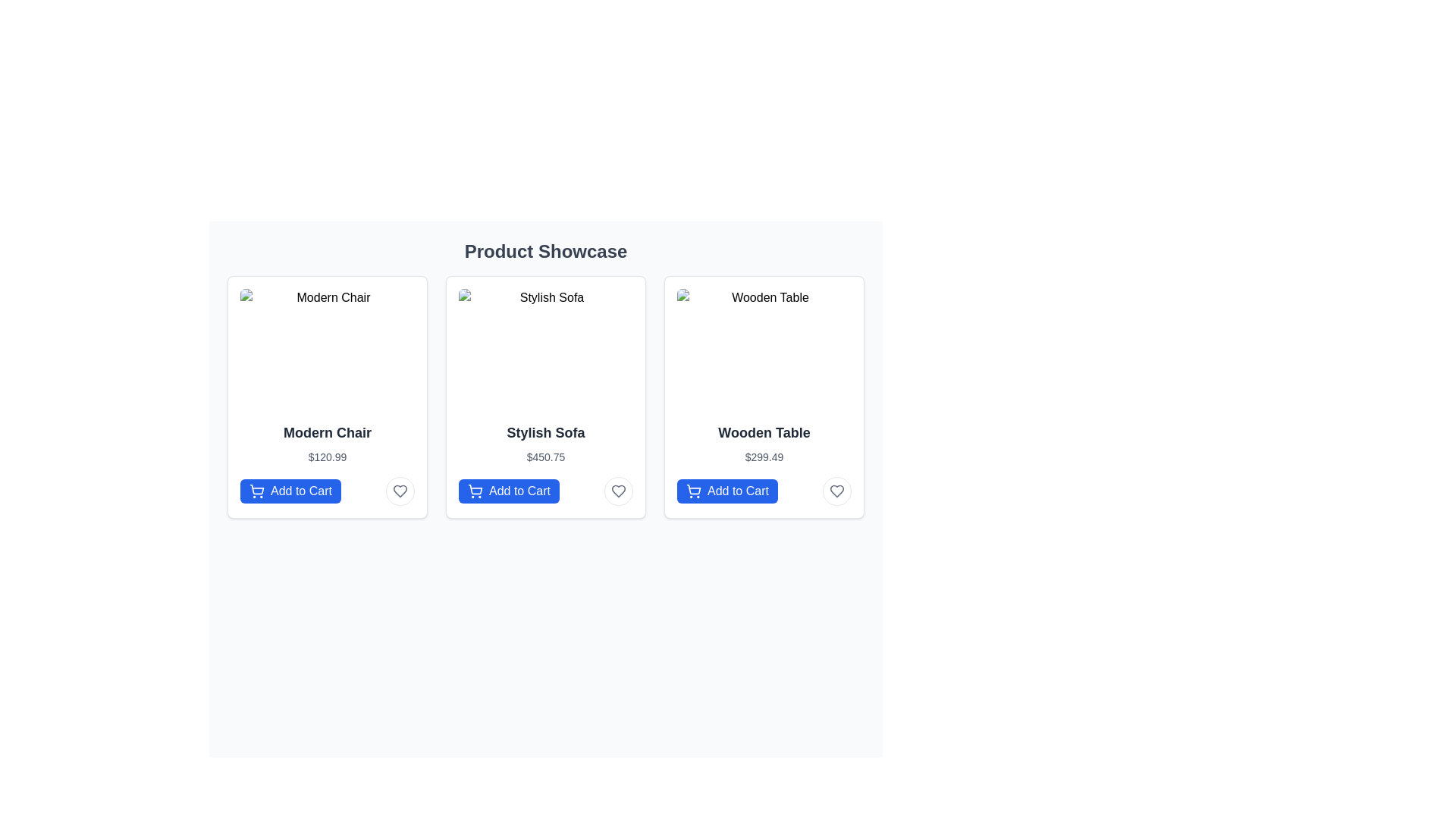 The image size is (1456, 819). What do you see at coordinates (738, 491) in the screenshot?
I see `the blue button labeled 'Add to Cart' for the 'Wooden Table' product` at bounding box center [738, 491].